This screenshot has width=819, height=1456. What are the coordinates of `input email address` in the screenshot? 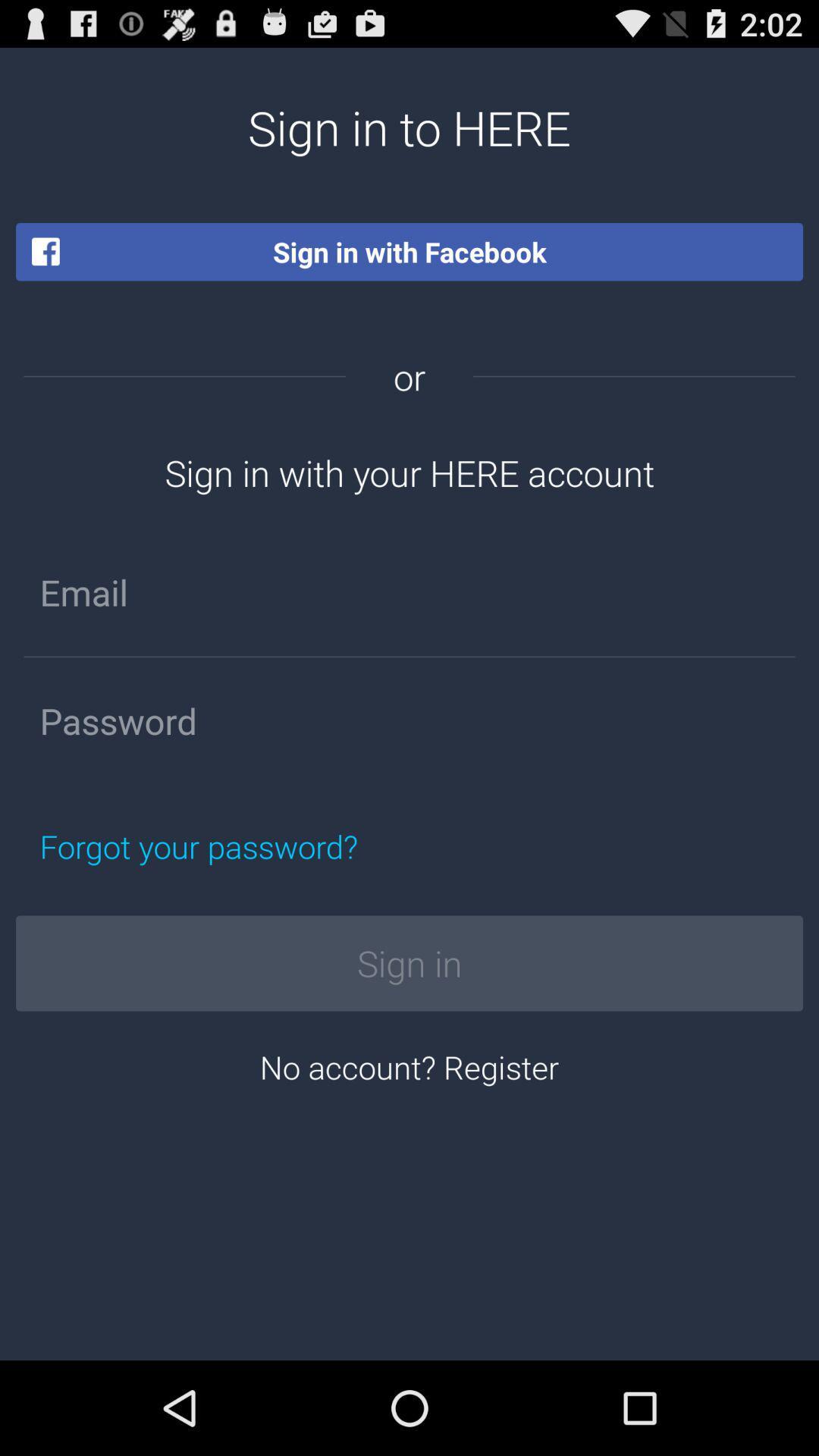 It's located at (409, 591).